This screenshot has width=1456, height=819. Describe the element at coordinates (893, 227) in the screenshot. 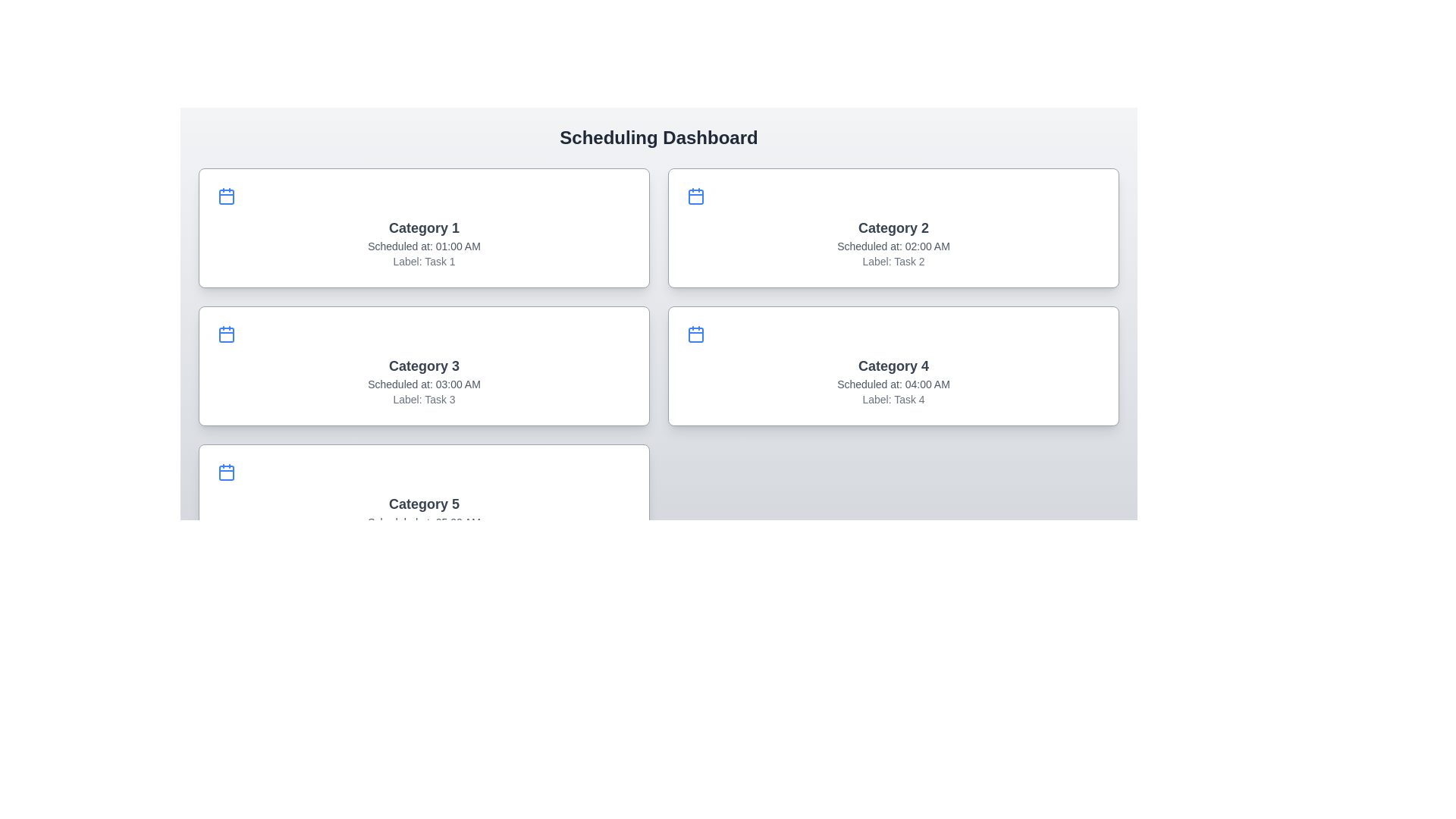

I see `text label that serves as a header for the card located in the upper-right section of the interface, specifically the second card from the top in a grid layout` at that location.